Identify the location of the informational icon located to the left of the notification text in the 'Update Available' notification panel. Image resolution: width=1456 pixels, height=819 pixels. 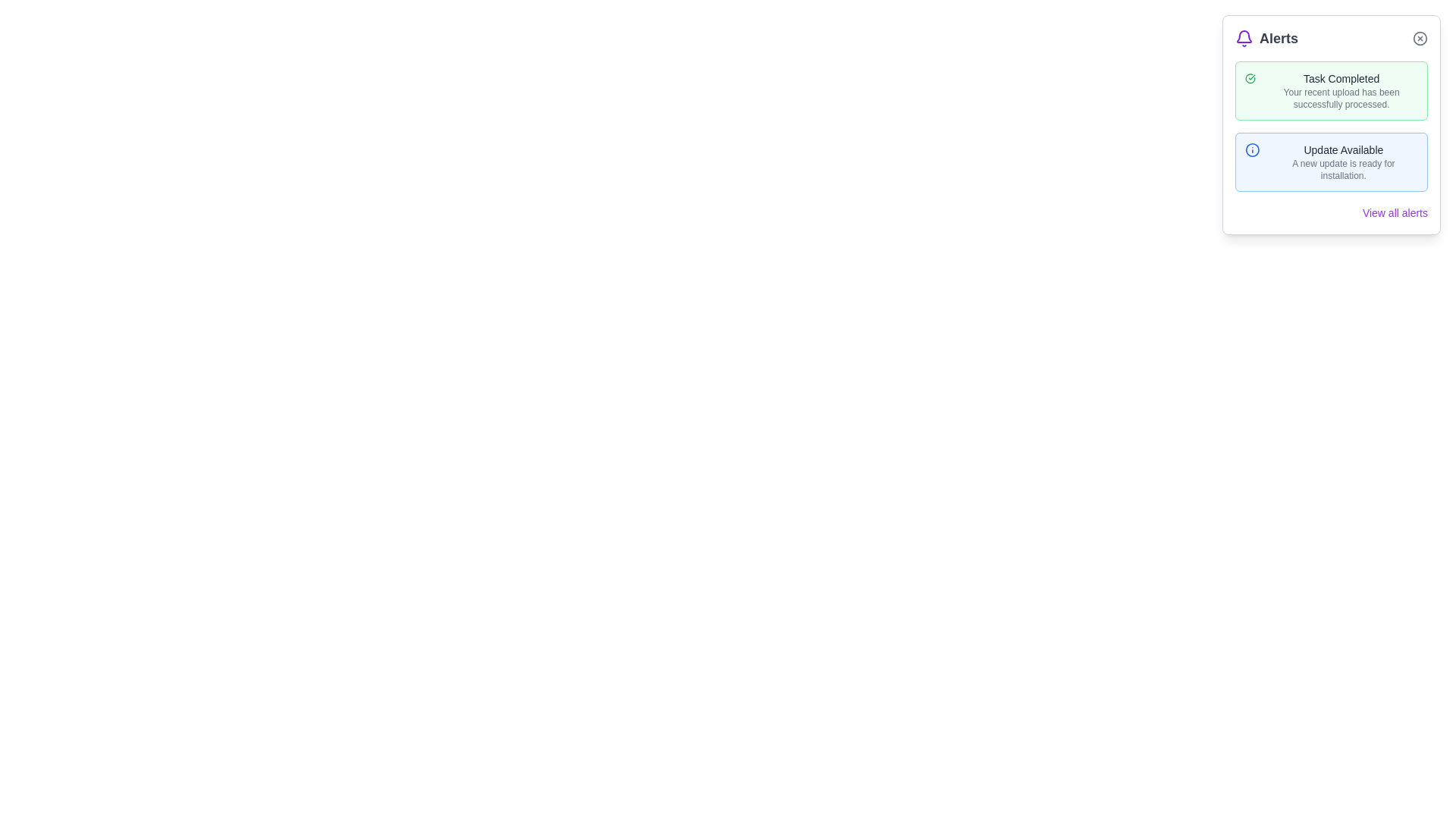
(1252, 149).